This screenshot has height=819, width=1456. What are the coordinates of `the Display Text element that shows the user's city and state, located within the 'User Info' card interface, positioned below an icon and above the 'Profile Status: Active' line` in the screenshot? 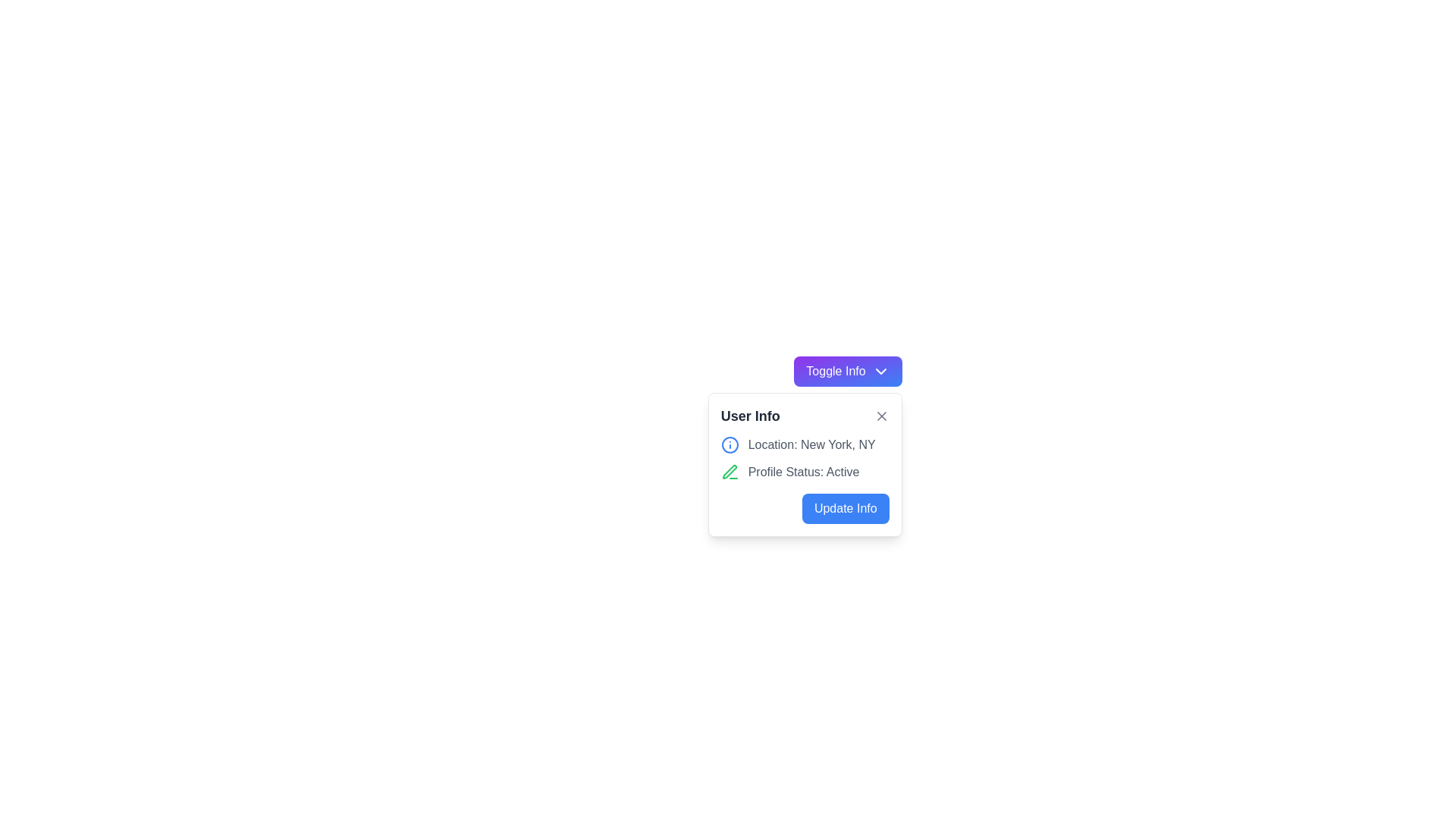 It's located at (811, 444).